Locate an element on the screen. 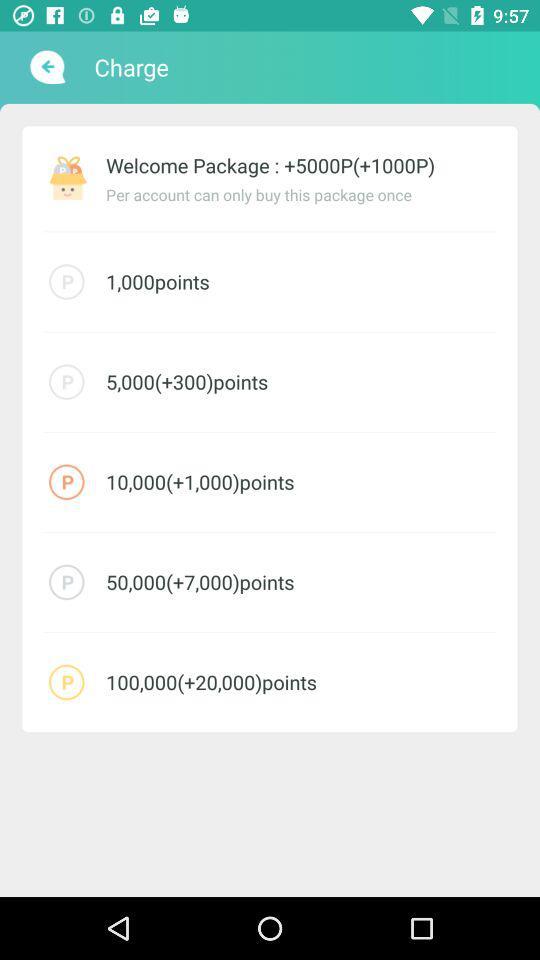 This screenshot has width=540, height=960. the icon which is above red icon is located at coordinates (66, 381).